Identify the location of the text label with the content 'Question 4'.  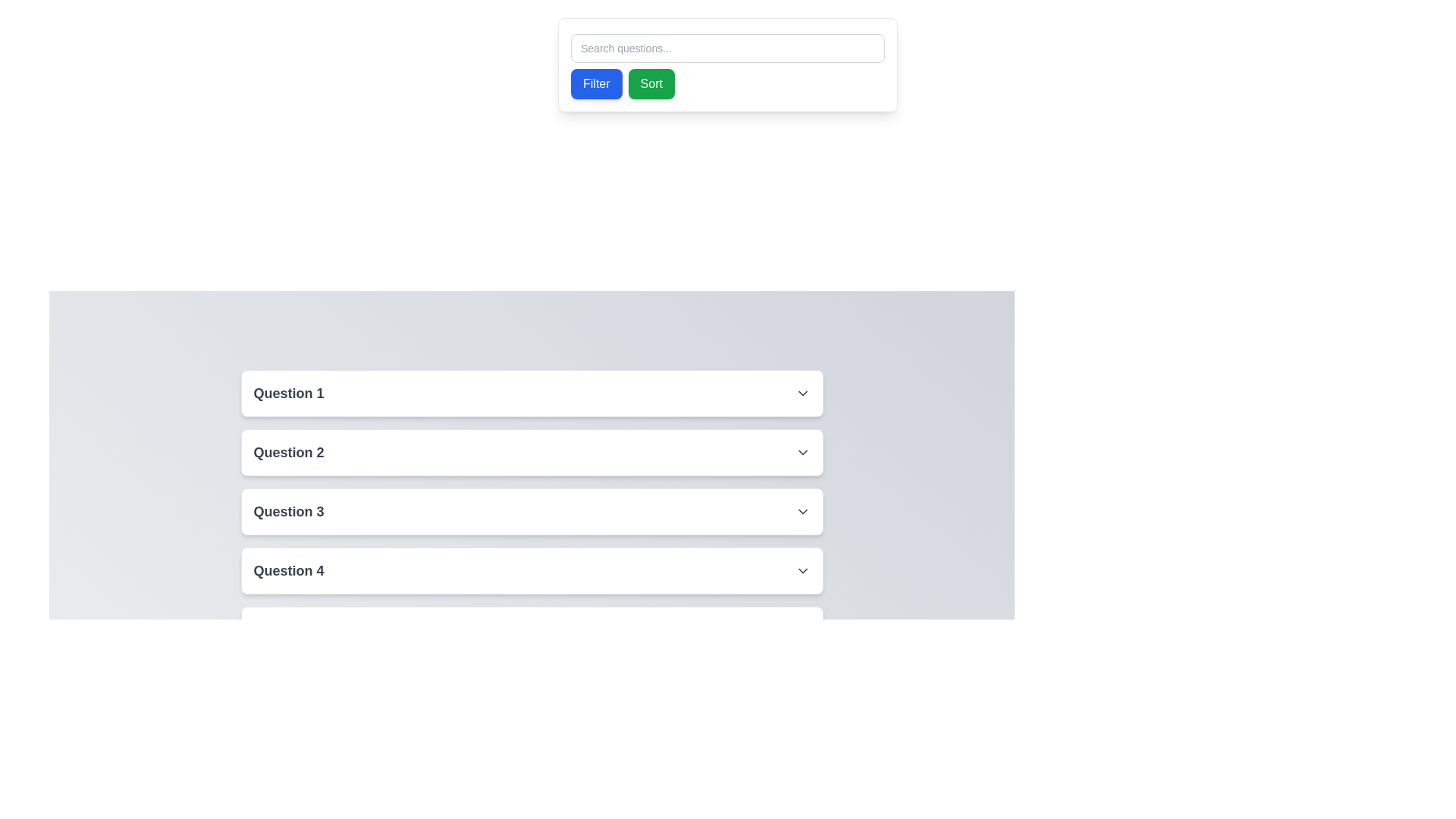
(288, 570).